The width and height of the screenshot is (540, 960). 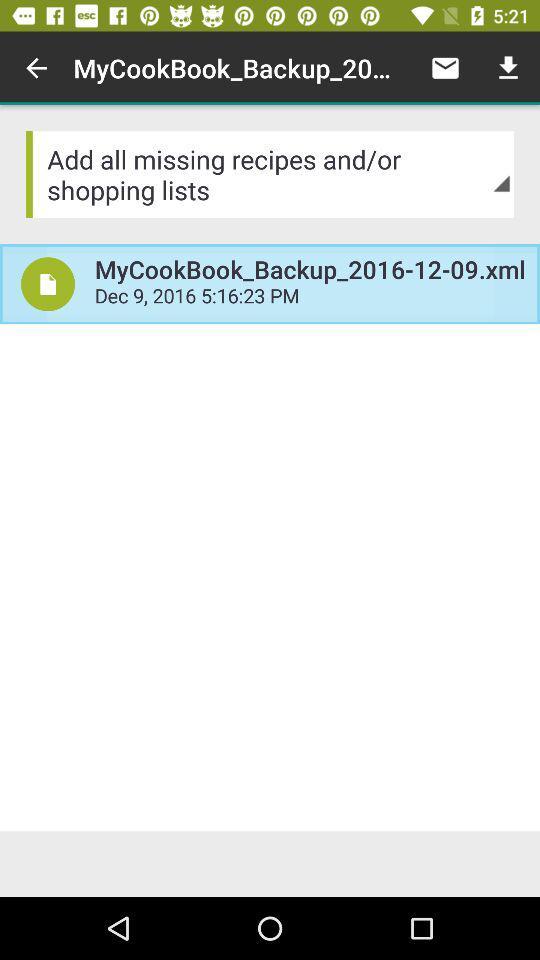 I want to click on item next to the mycookbook_backup_2016 12 09 icon, so click(x=36, y=68).